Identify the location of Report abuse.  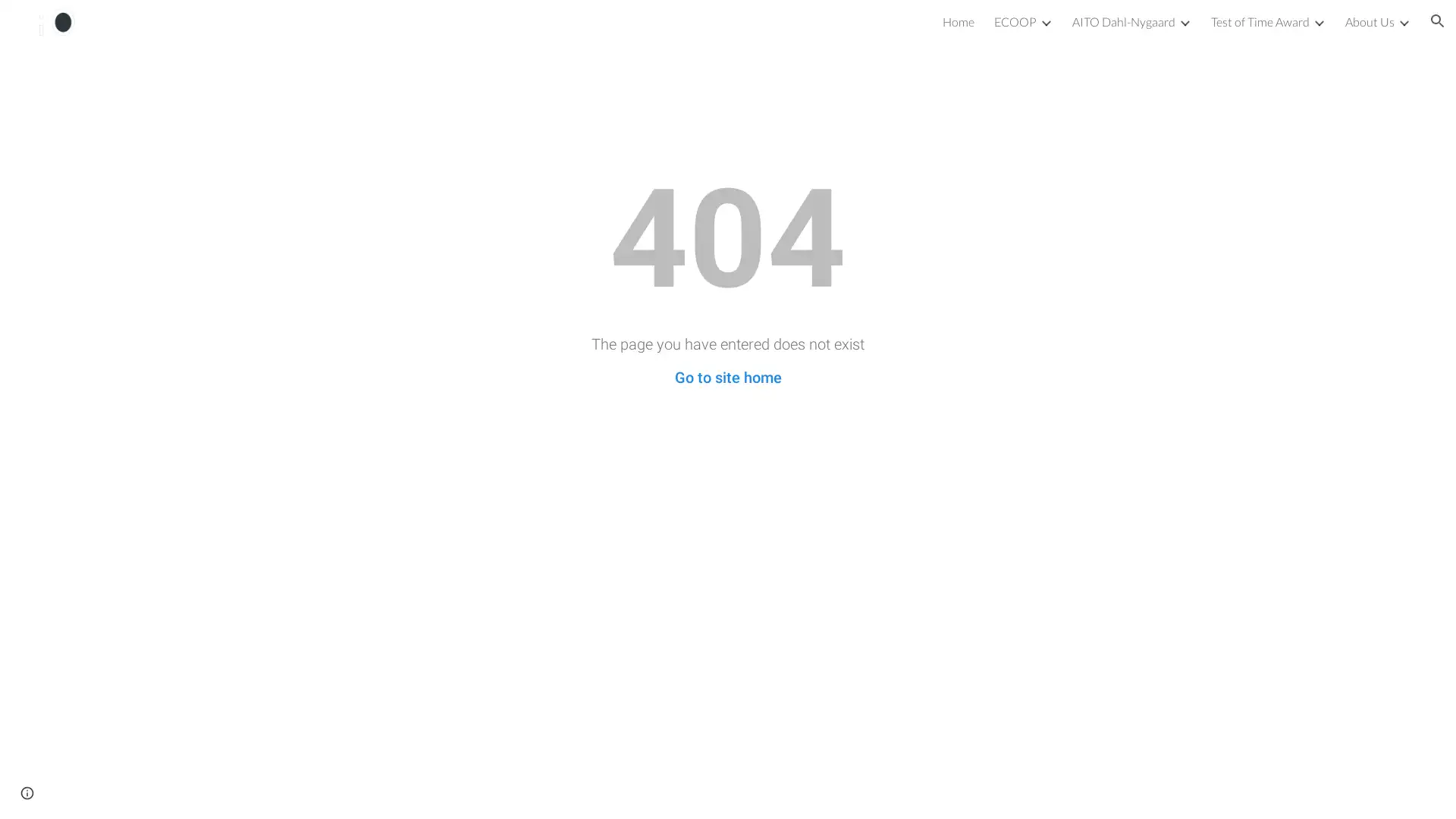
(118, 792).